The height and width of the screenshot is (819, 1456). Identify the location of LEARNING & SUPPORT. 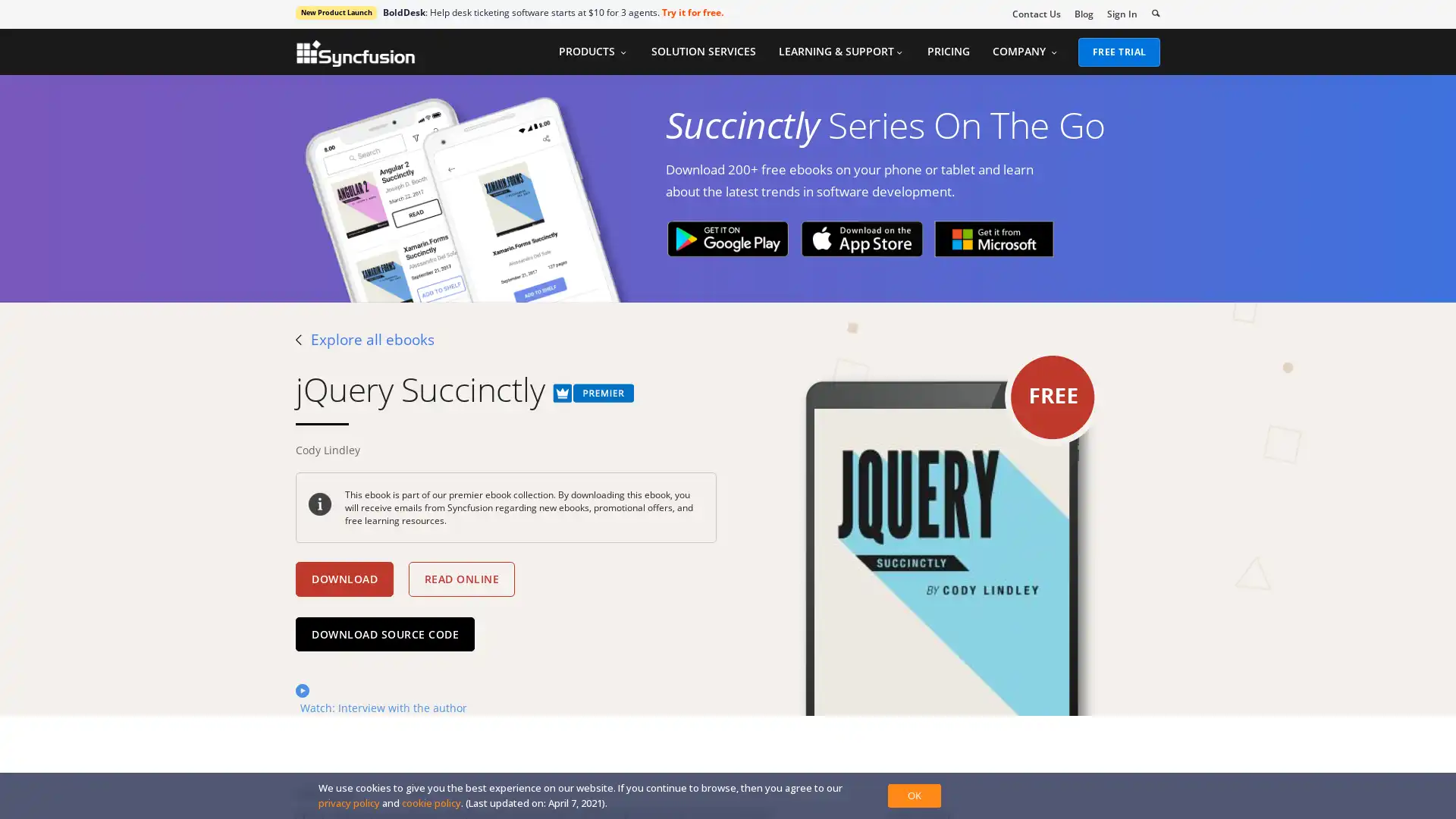
(839, 51).